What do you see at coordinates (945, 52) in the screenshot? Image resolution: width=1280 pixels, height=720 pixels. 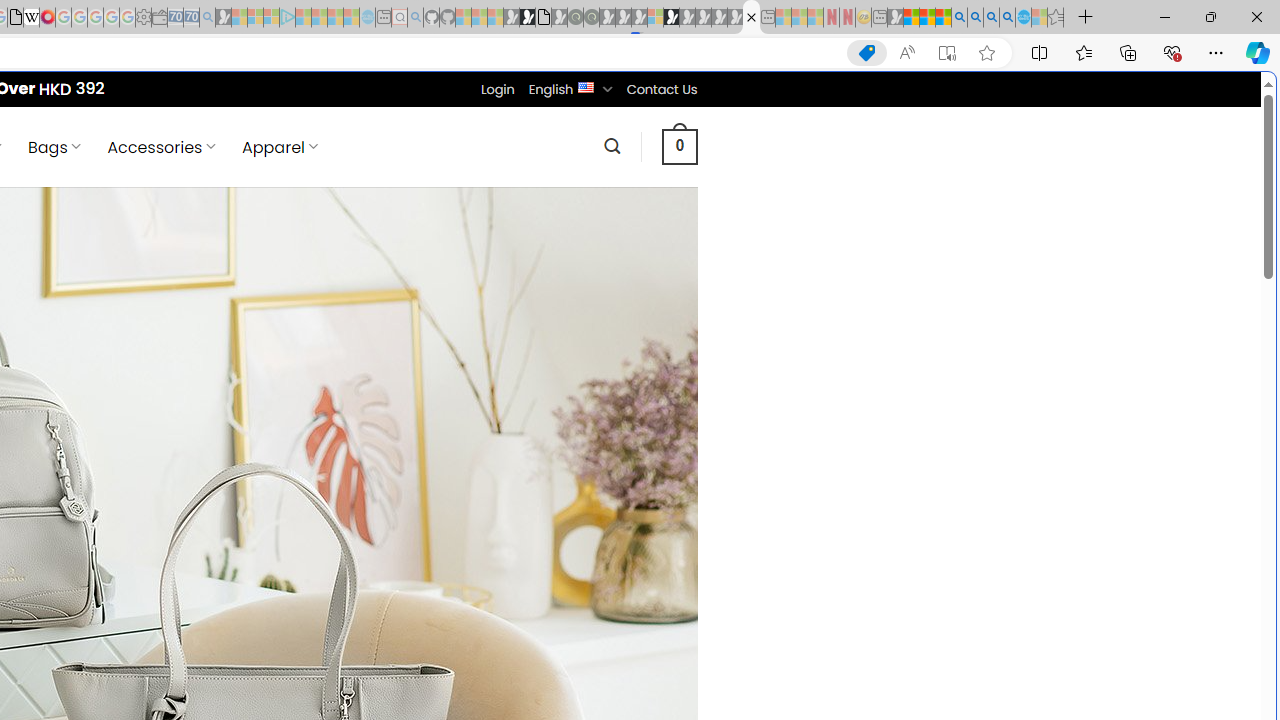 I see `'Enter Immersive Reader (F9)'` at bounding box center [945, 52].